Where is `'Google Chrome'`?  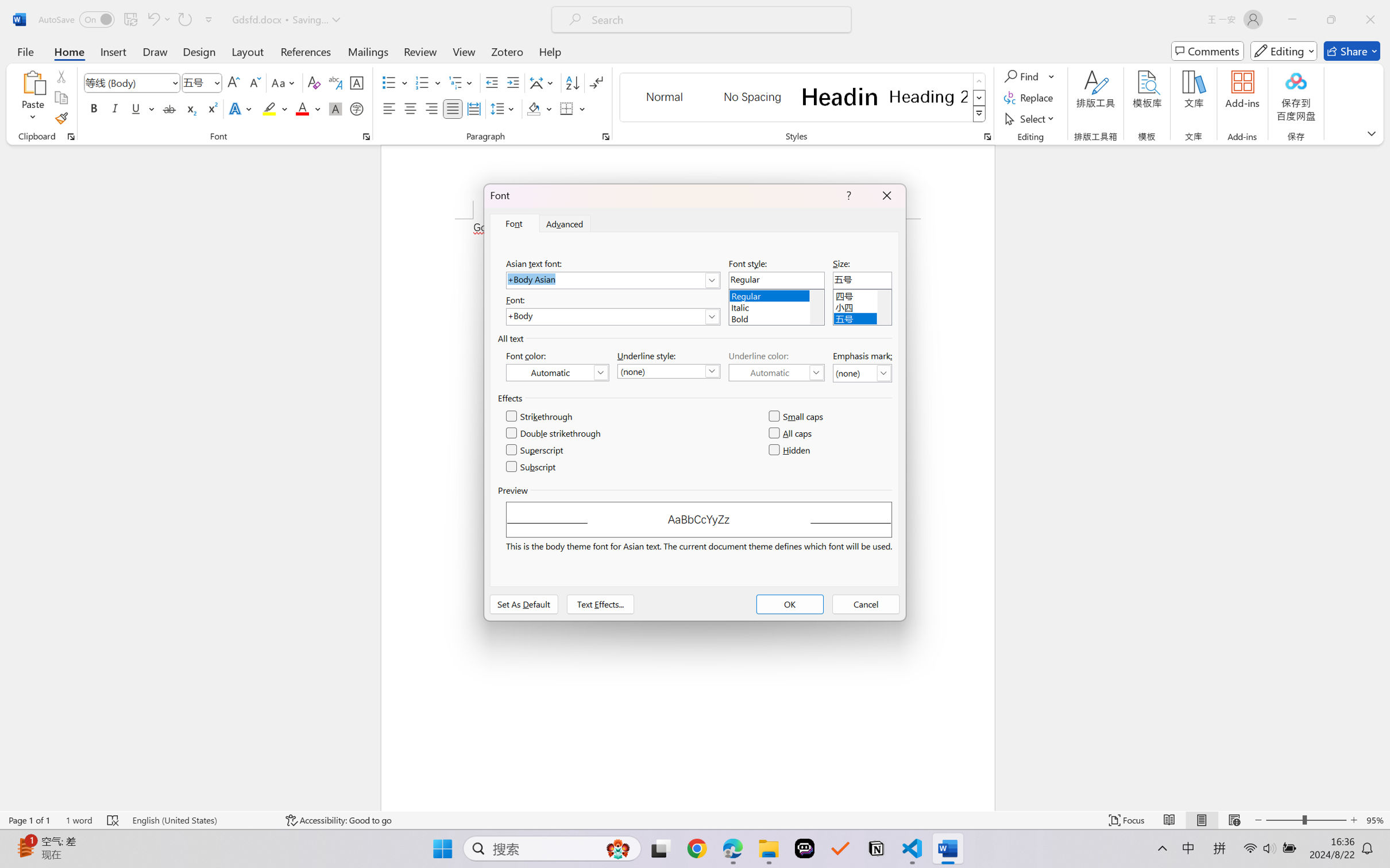 'Google Chrome' is located at coordinates (697, 848).